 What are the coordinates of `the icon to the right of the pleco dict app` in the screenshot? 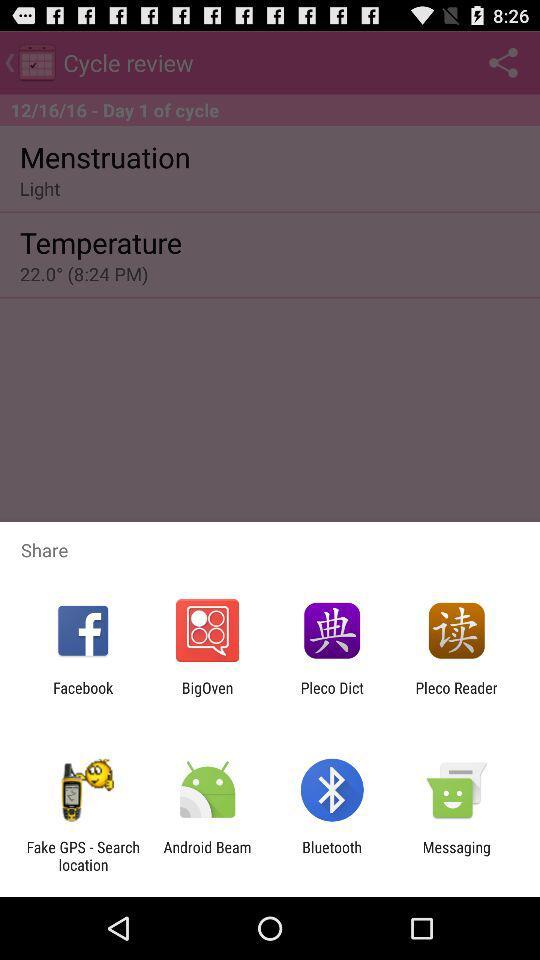 It's located at (456, 696).